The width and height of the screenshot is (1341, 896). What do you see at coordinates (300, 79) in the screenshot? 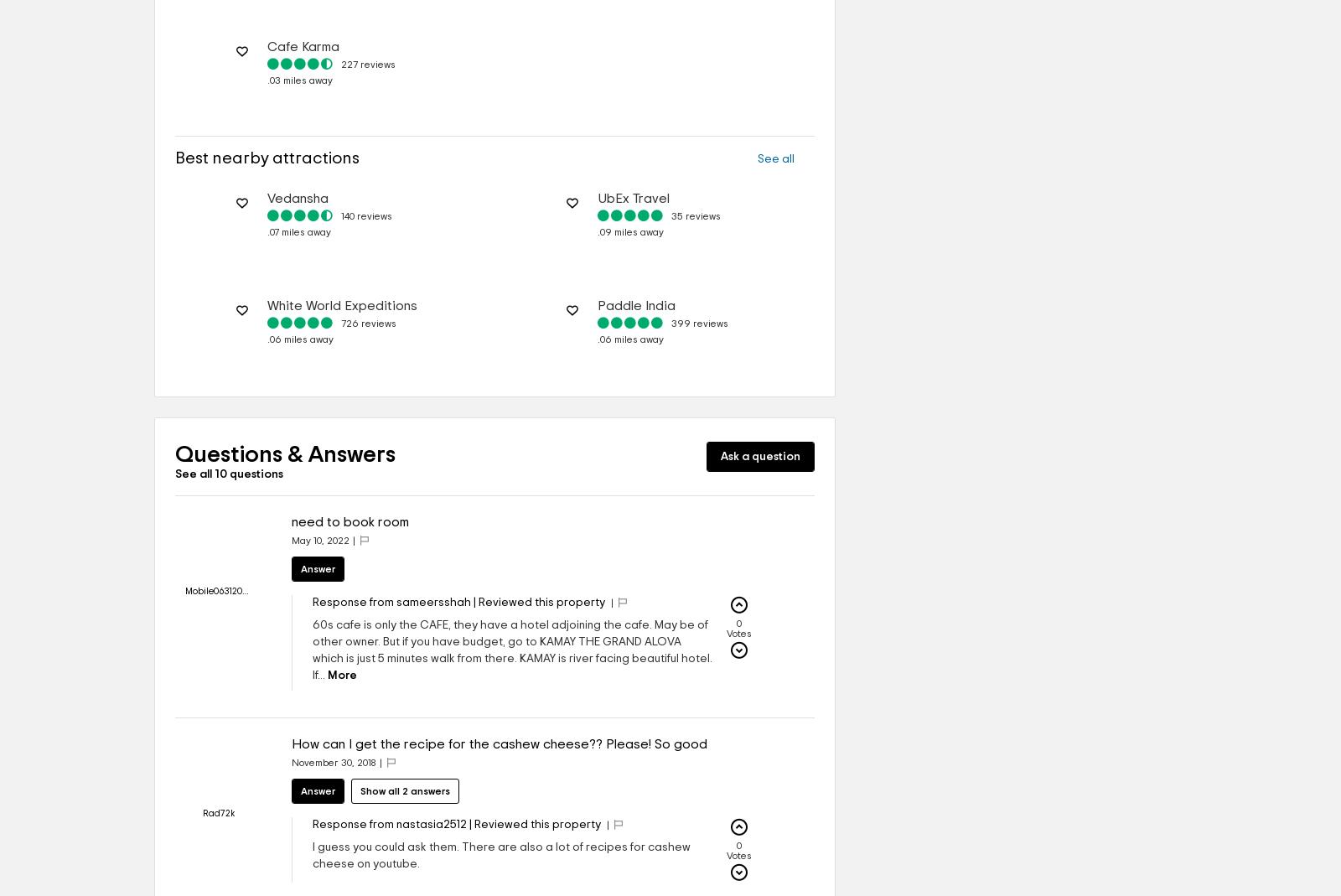
I see `'.03 miles away'` at bounding box center [300, 79].